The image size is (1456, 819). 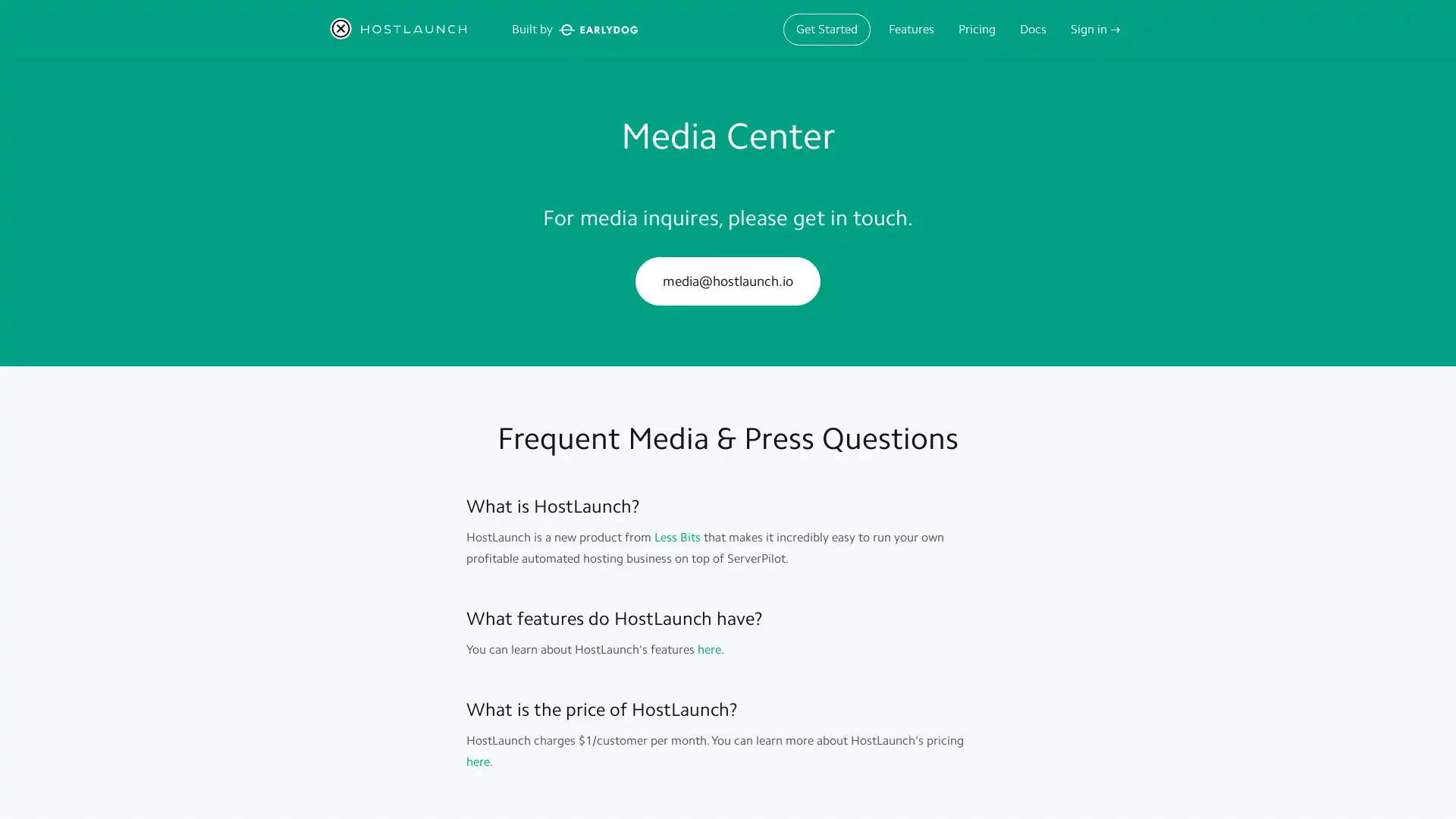 I want to click on Sign in, so click(x=1095, y=29).